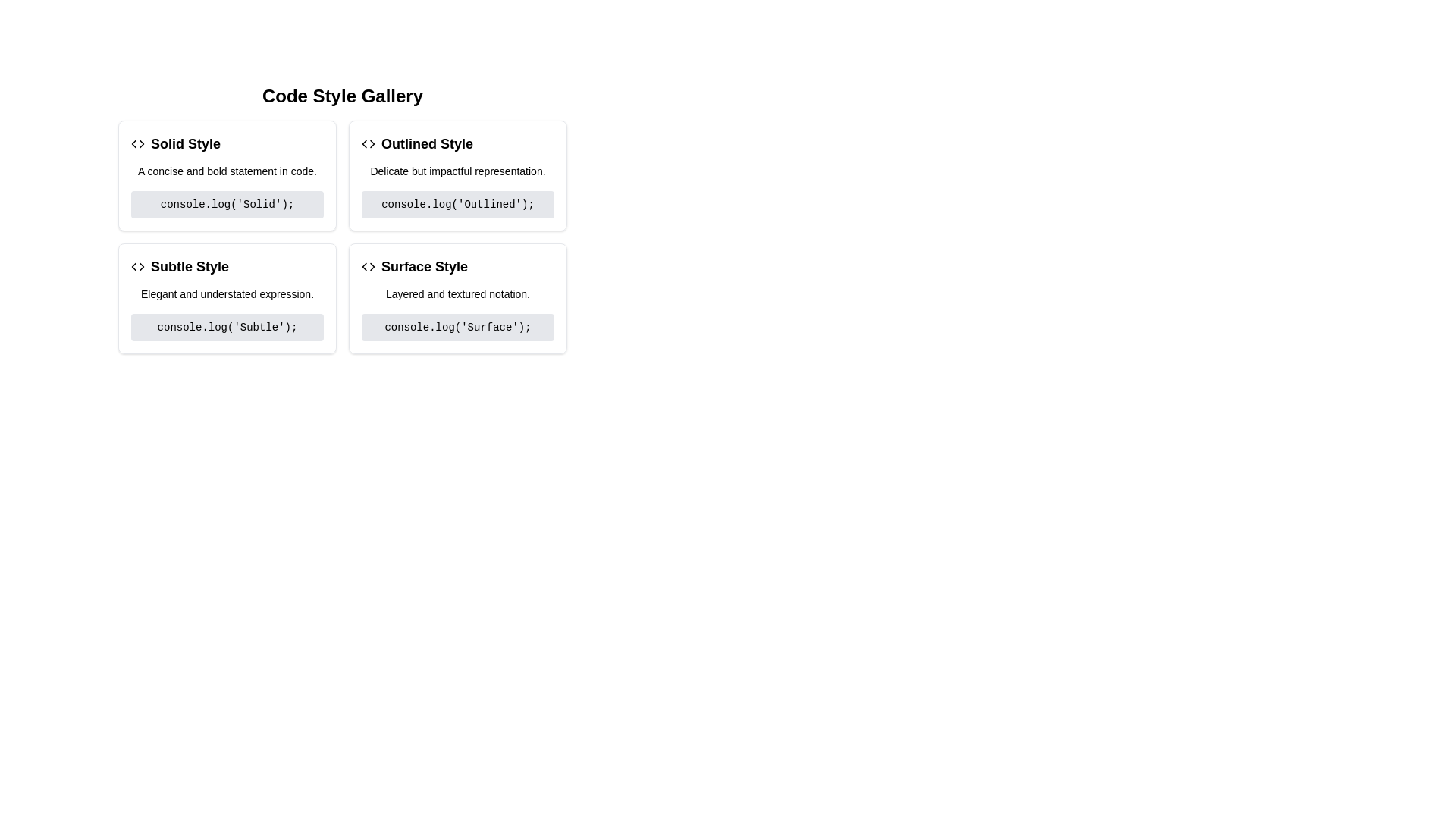  I want to click on the Informational Card labeled 'Outlined Style' located in the upper-right quadrant of a 2x2 grid layout, so click(457, 174).